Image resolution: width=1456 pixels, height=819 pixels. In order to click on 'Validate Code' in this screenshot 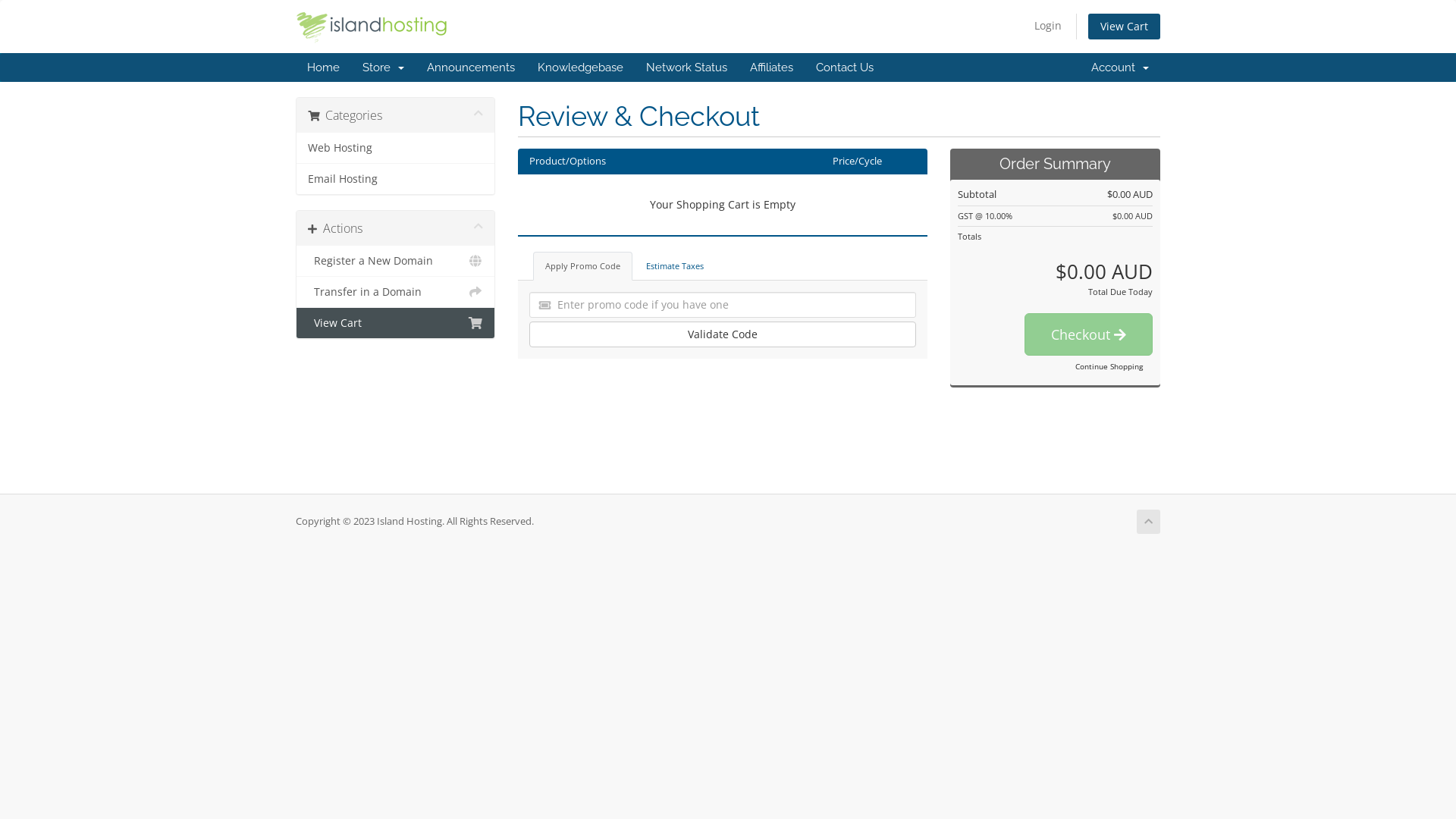, I will do `click(722, 333)`.